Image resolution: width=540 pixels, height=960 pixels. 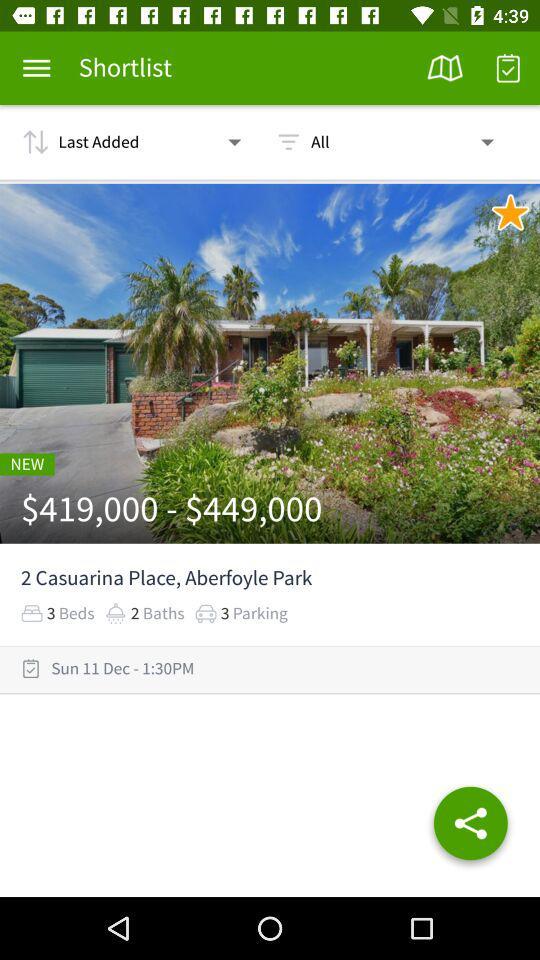 I want to click on the icon beside all on the  top of the web page, so click(x=288, y=141).